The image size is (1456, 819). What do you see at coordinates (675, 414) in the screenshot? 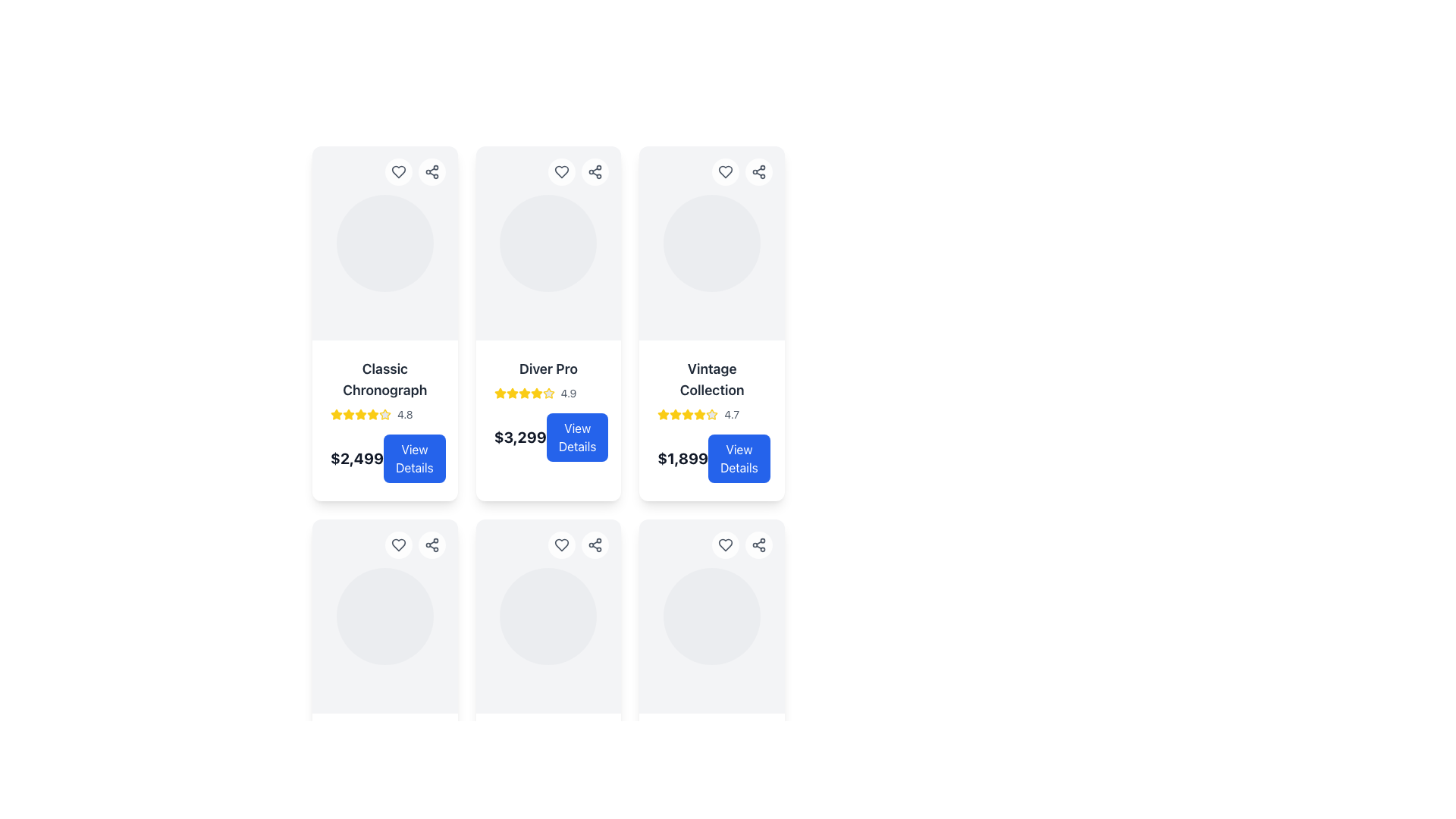
I see `the third star icon in the five-star rating system under the 'Vintage Collection' section` at bounding box center [675, 414].